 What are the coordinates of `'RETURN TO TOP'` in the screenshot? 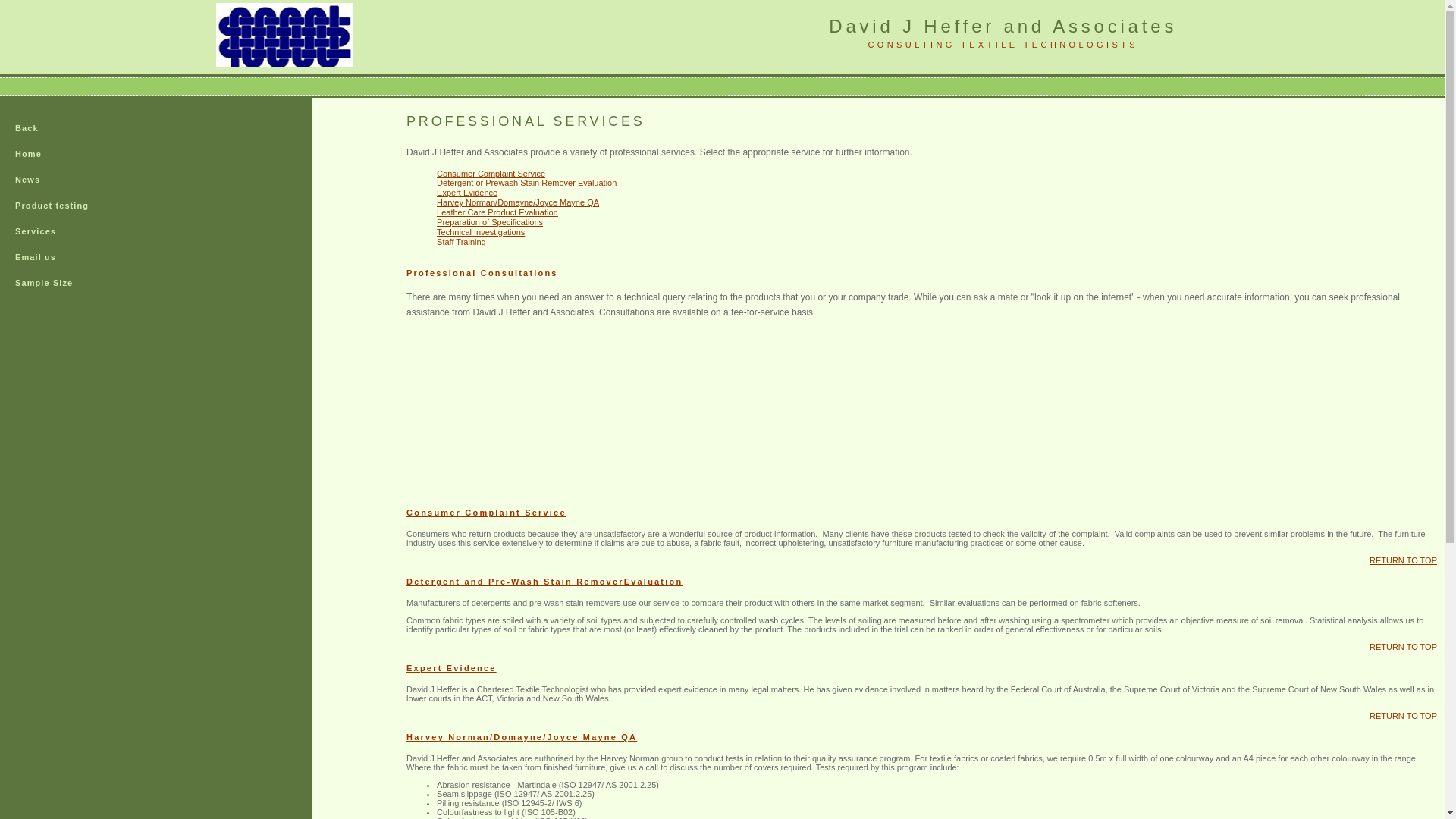 It's located at (1402, 646).